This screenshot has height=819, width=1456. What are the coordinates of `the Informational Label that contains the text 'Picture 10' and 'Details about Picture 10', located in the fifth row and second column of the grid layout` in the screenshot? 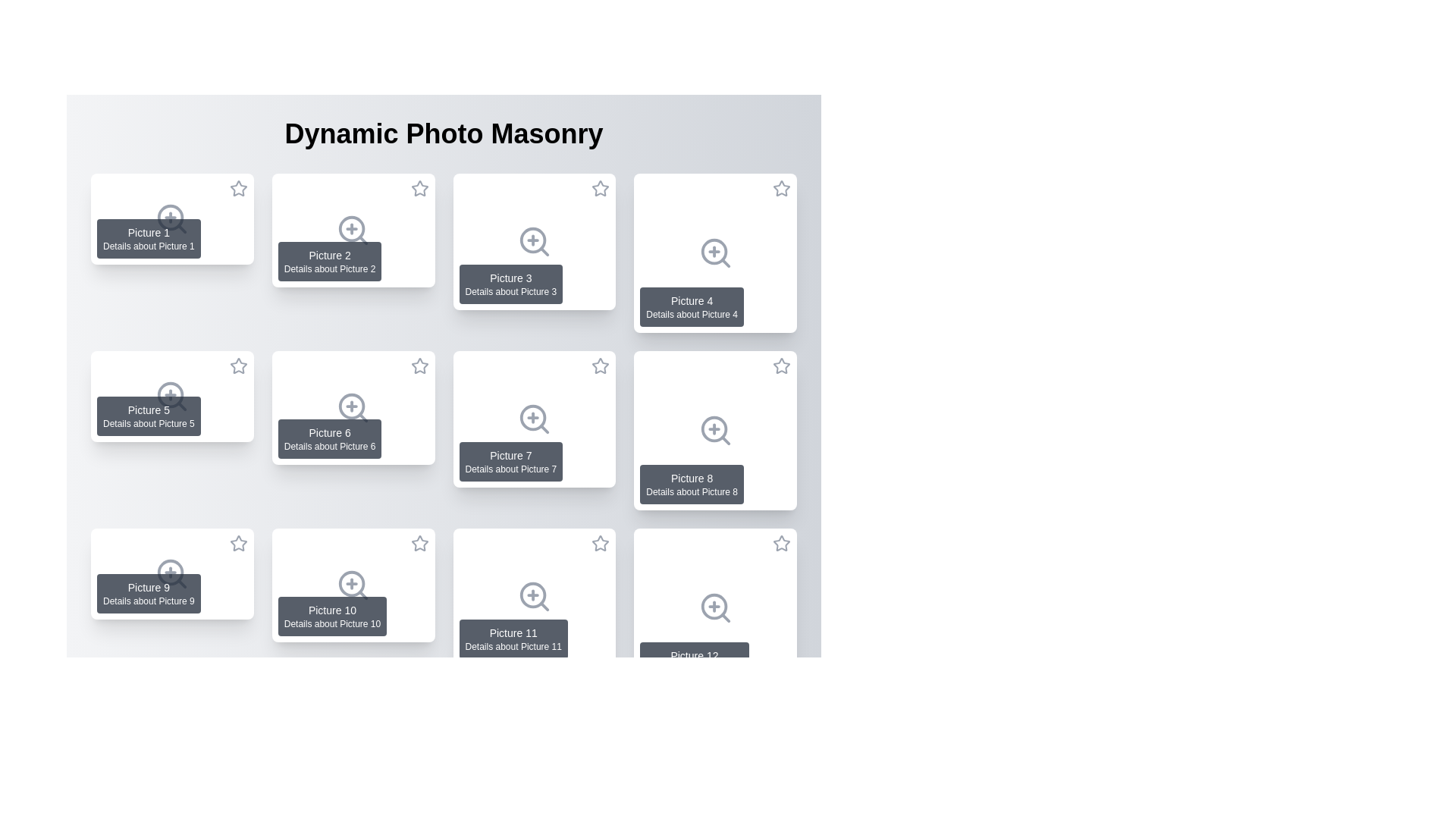 It's located at (331, 617).